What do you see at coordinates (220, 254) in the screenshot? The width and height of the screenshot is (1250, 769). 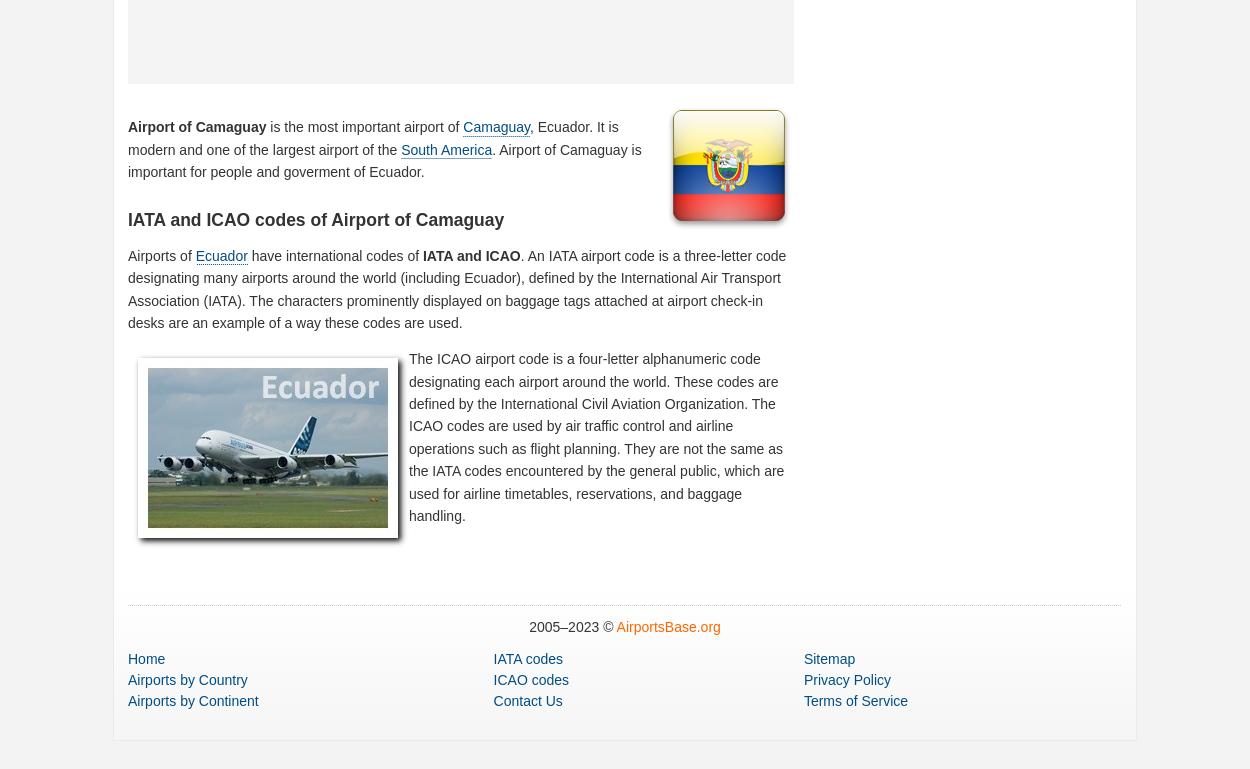 I see `'Ecuador'` at bounding box center [220, 254].